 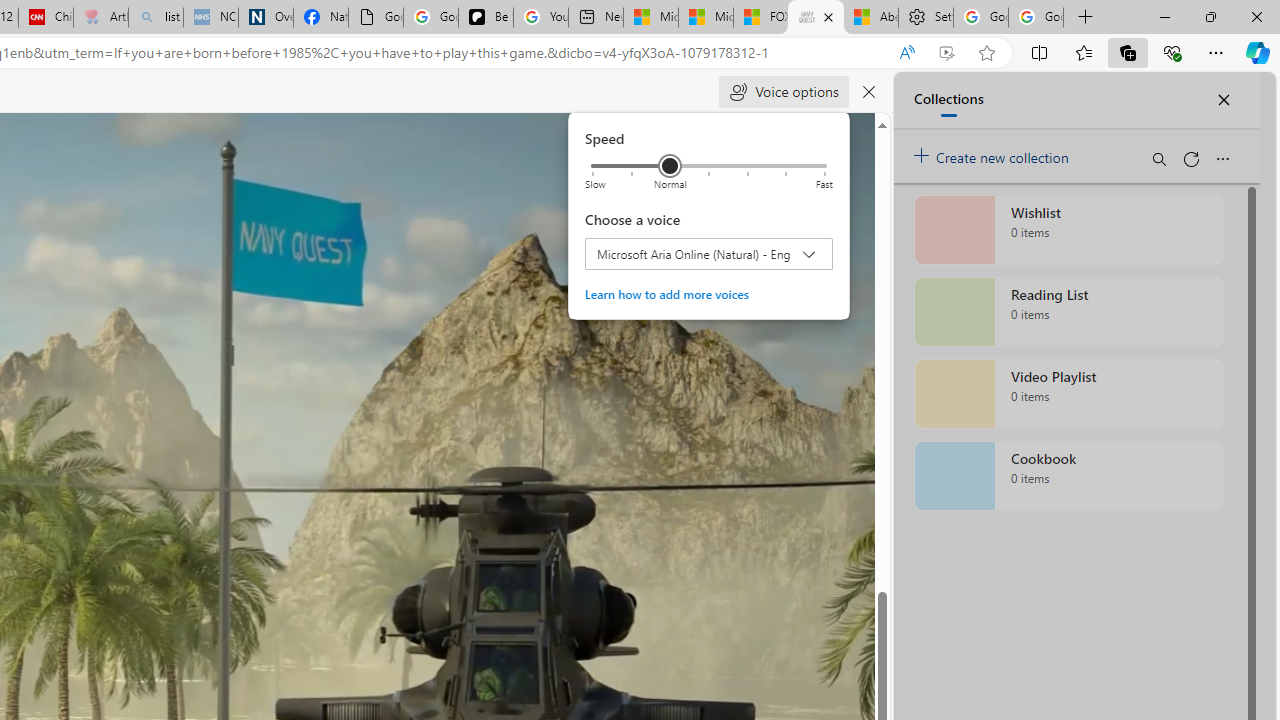 What do you see at coordinates (376, 17) in the screenshot?
I see `'Google Analytics Opt-out Browser Add-on Download Page'` at bounding box center [376, 17].